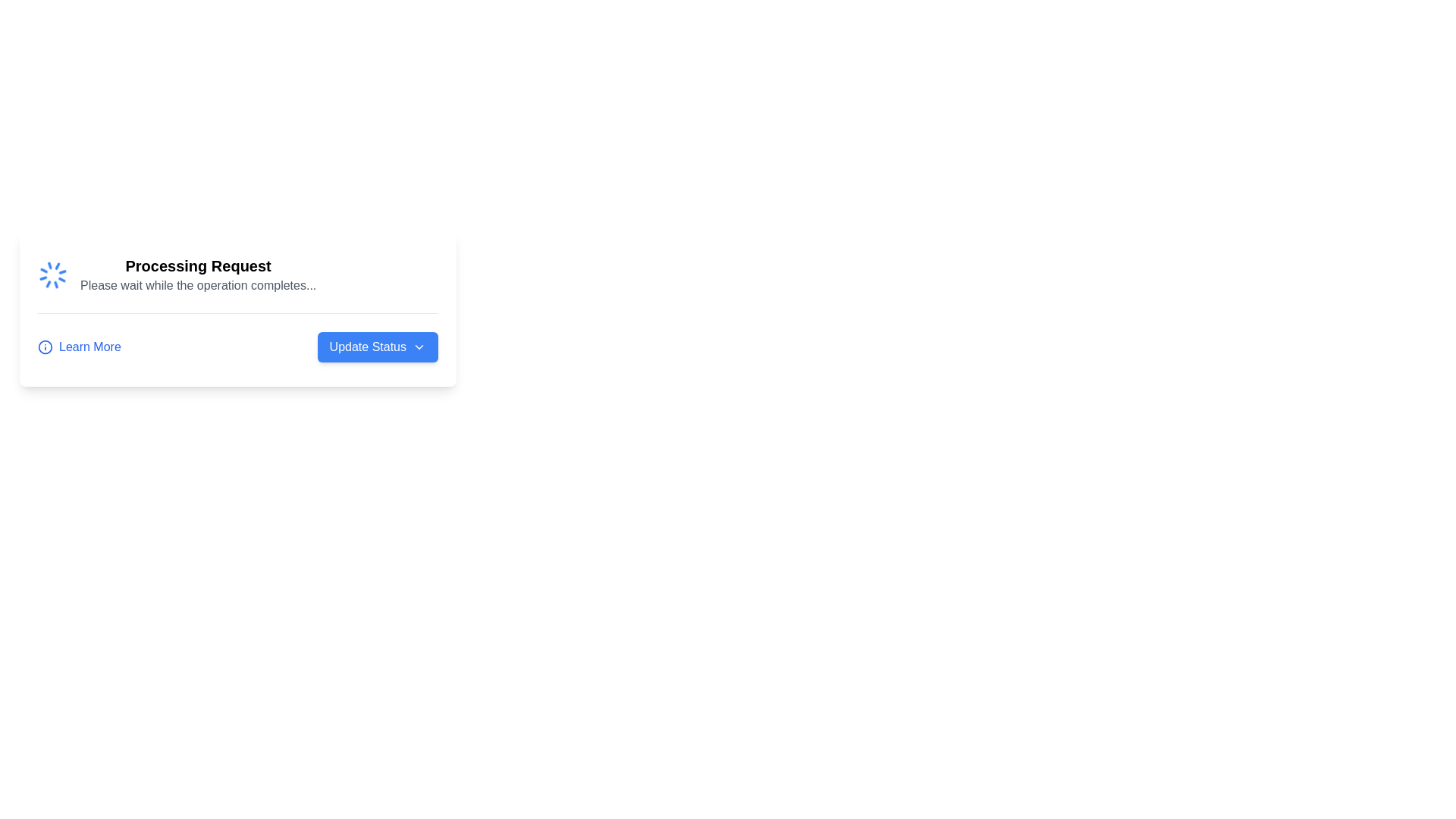 This screenshot has height=819, width=1456. What do you see at coordinates (78, 347) in the screenshot?
I see `the 'Learn More' hyperlink styled in blue text with an adjacent circular icon containing an 'i' symbol` at bounding box center [78, 347].